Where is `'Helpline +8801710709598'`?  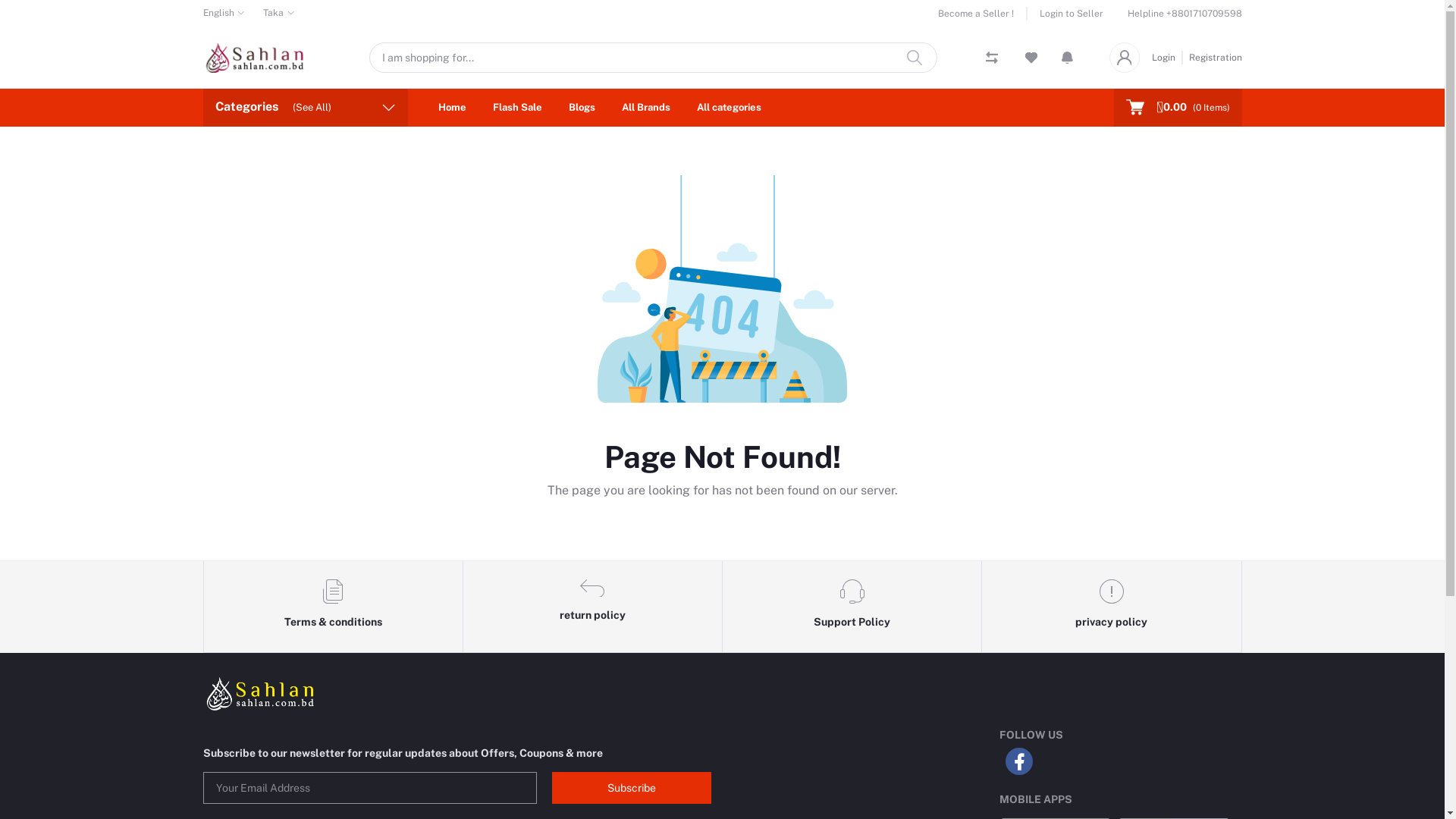 'Helpline +8801710709598' is located at coordinates (1183, 14).